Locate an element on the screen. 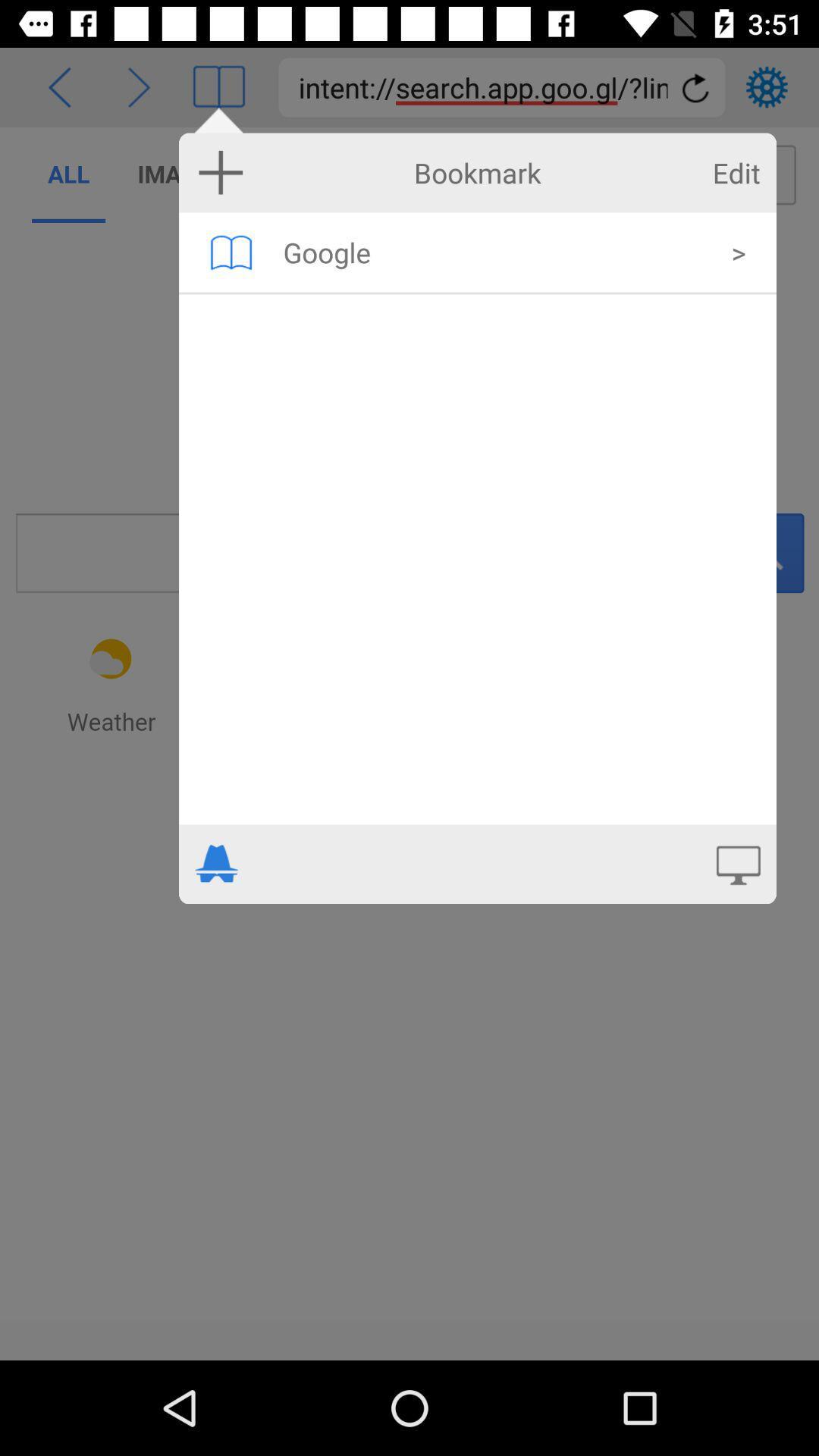 The image size is (819, 1456). item next to the > icon is located at coordinates (497, 252).